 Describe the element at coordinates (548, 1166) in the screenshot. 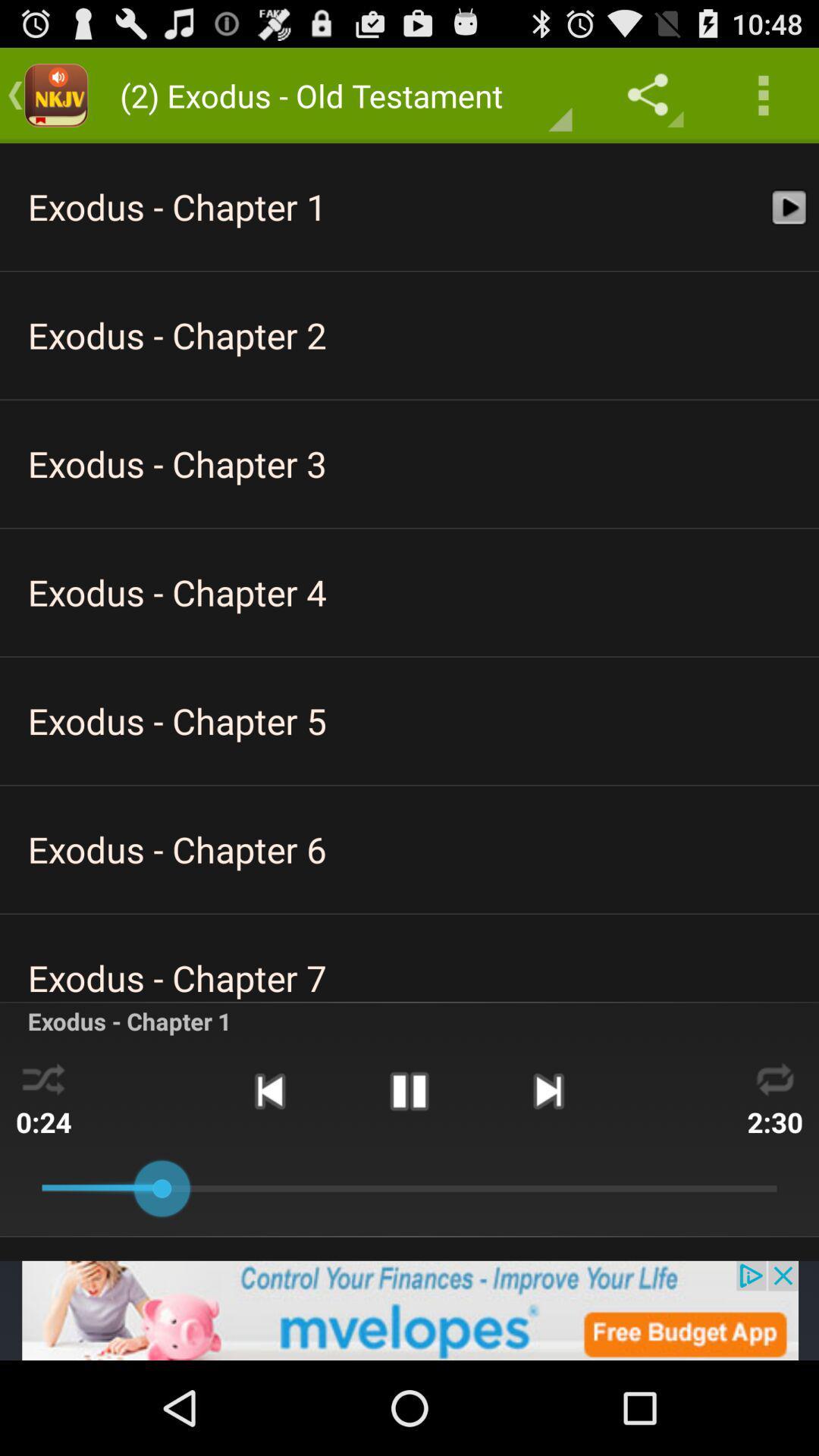

I see `the skip_next icon` at that location.